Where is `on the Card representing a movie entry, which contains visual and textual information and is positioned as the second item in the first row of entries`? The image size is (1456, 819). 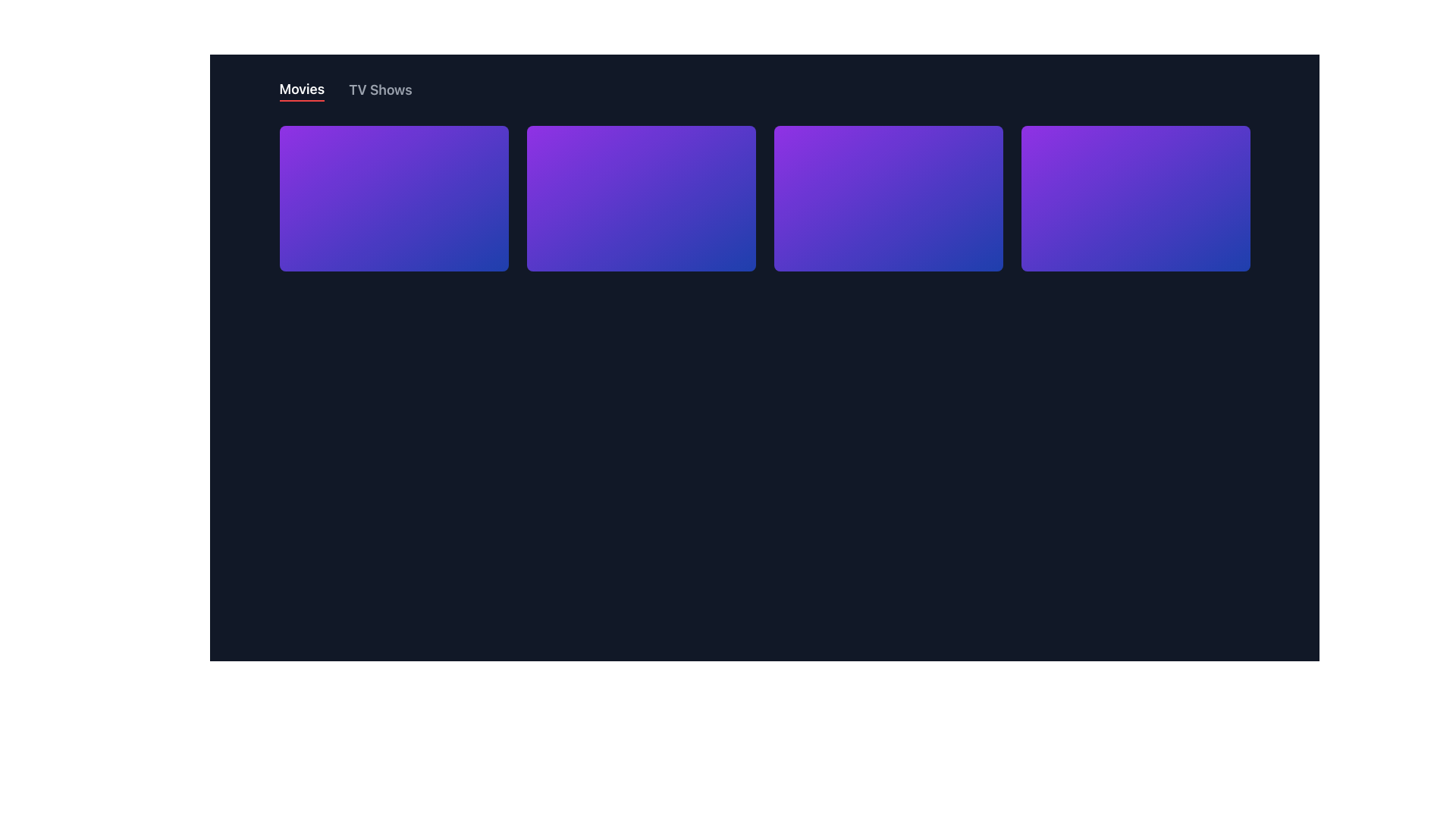
on the Card representing a movie entry, which contains visual and textual information and is positioned as the second item in the first row of entries is located at coordinates (641, 222).